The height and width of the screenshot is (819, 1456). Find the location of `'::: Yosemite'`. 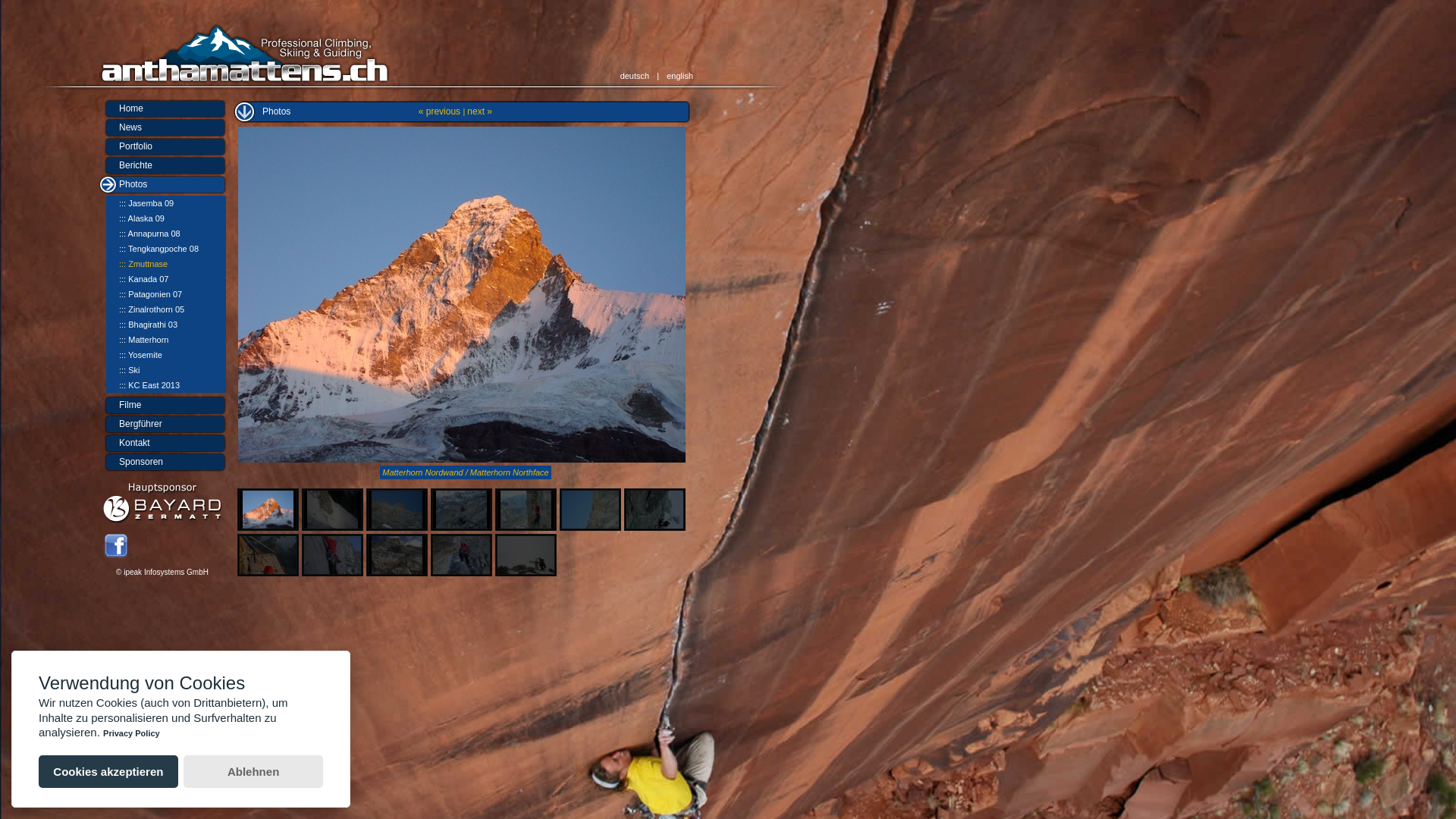

'::: Yosemite' is located at coordinates (130, 354).